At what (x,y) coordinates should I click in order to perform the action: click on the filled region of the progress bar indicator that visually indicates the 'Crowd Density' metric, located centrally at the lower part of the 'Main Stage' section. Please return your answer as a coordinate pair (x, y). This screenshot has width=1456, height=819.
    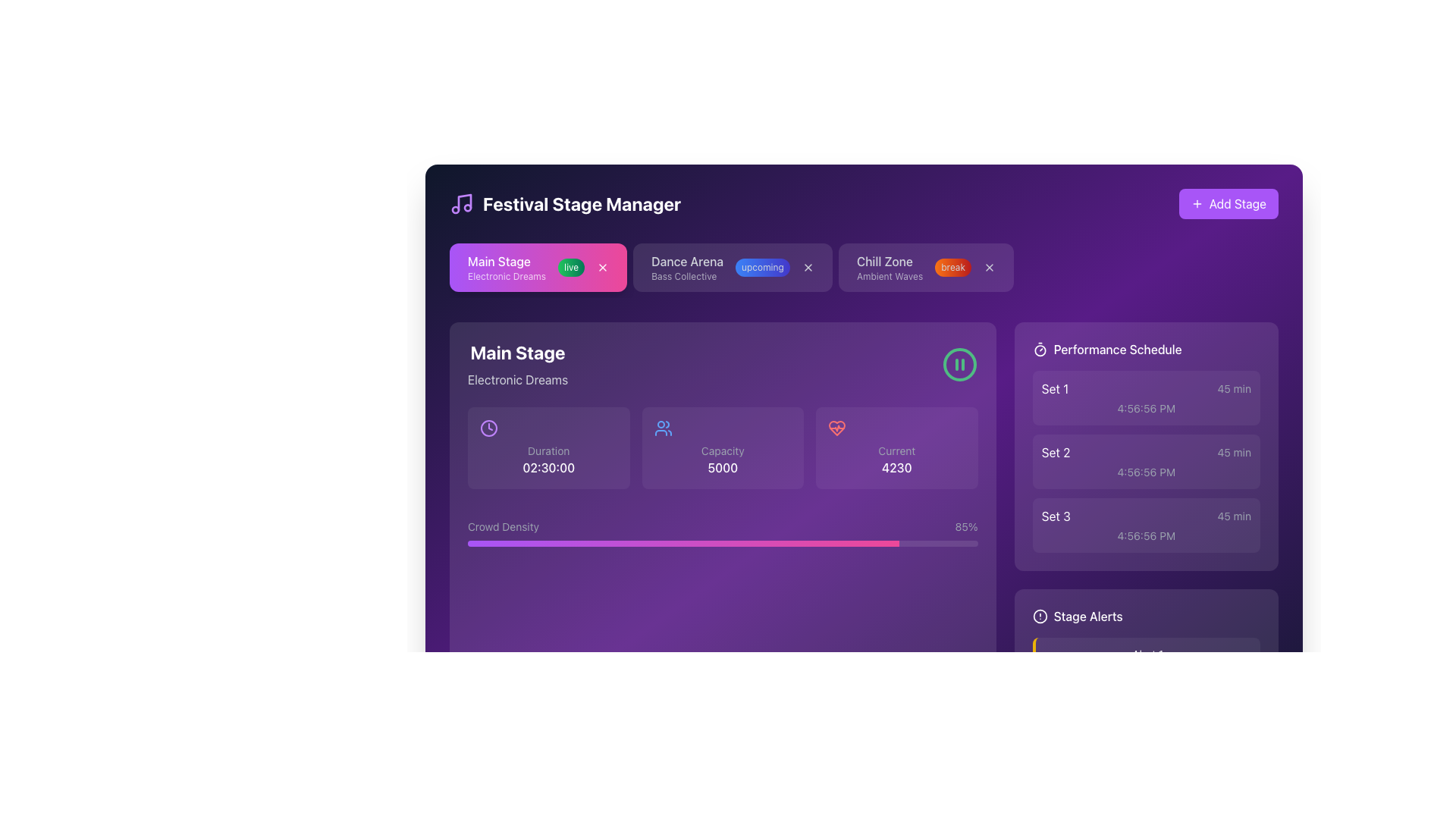
    Looking at the image, I should click on (682, 543).